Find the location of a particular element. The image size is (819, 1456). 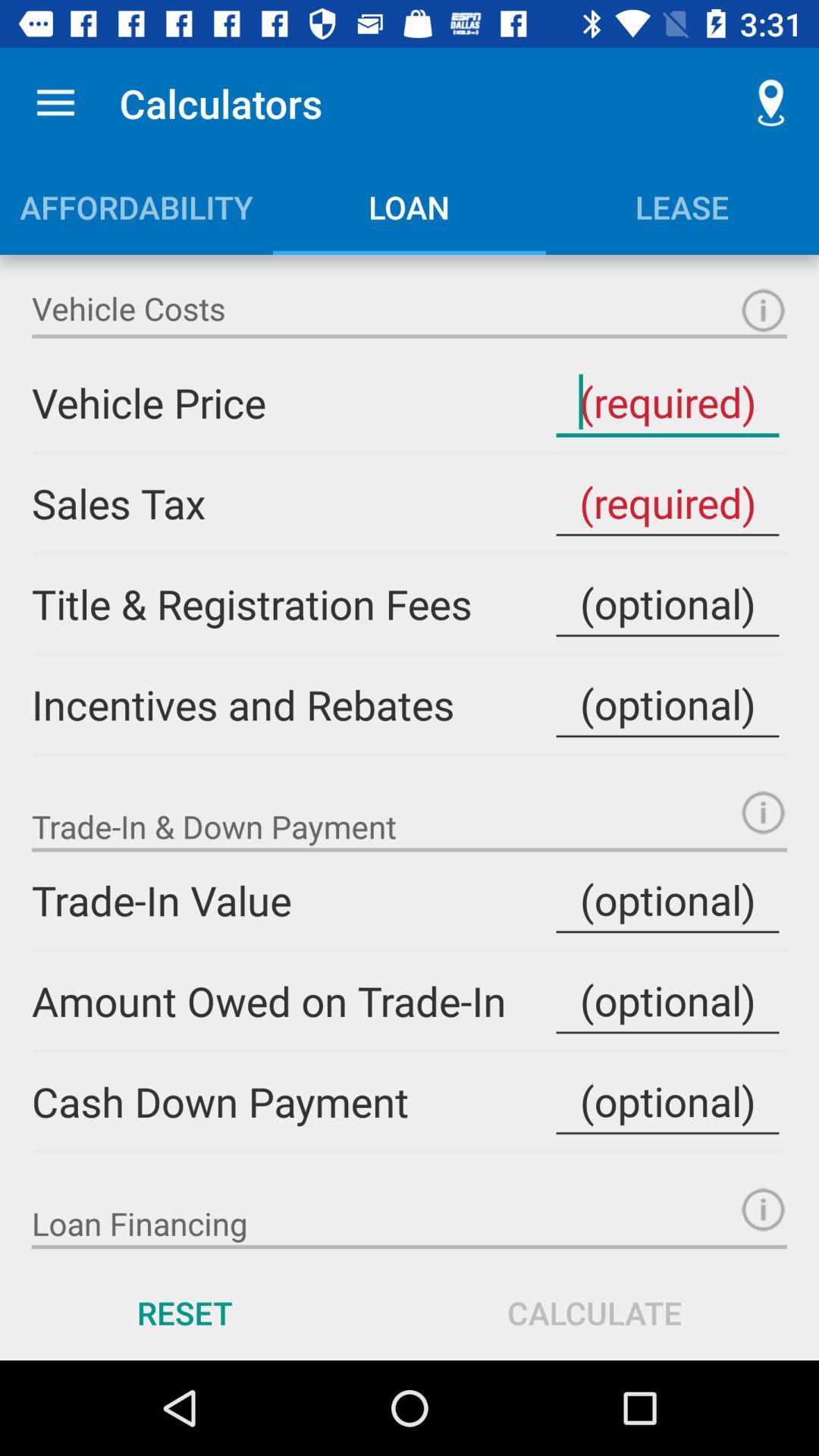

optional camp is located at coordinates (667, 704).